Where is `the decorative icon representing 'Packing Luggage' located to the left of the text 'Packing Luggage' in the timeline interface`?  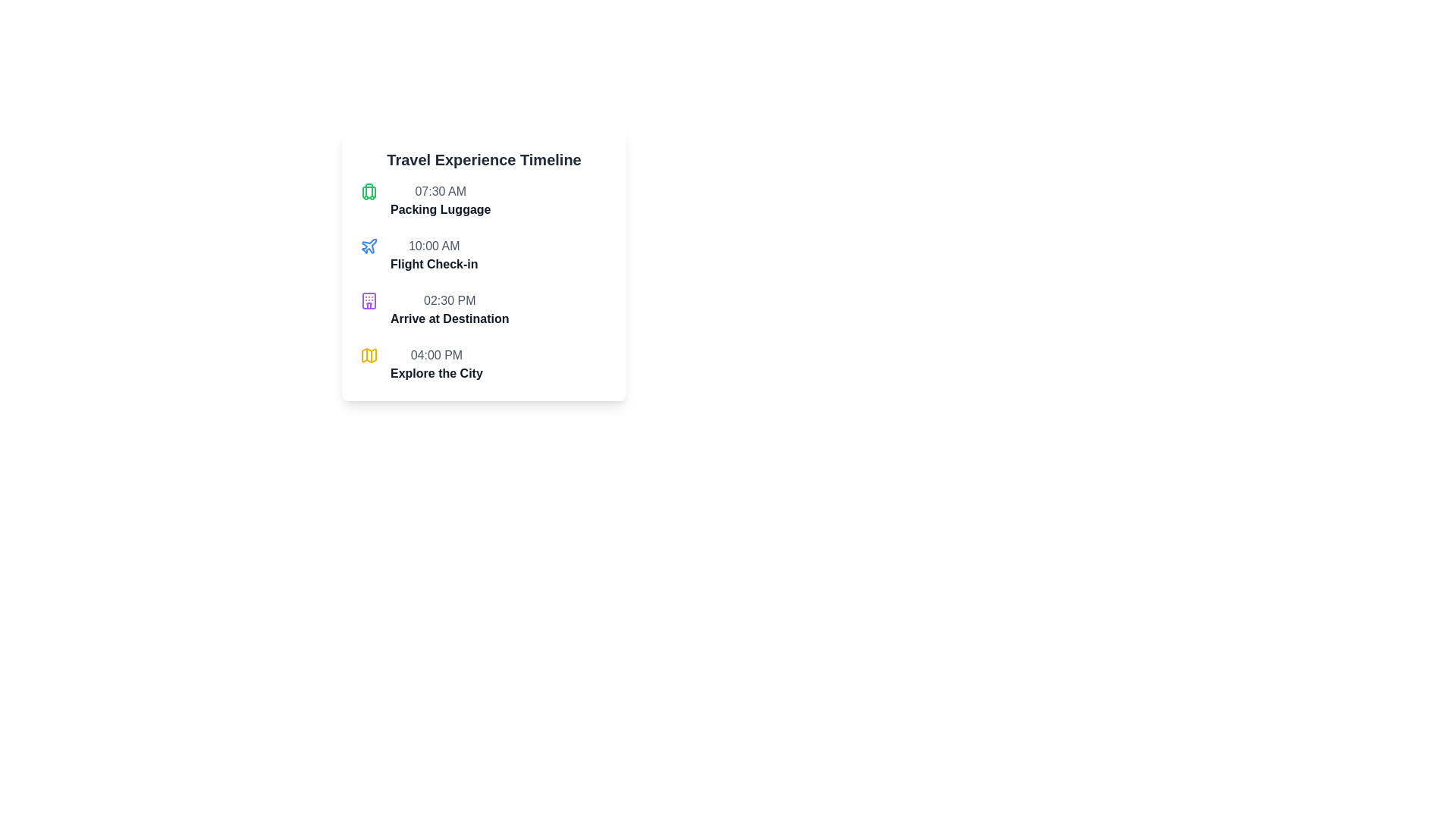 the decorative icon representing 'Packing Luggage' located to the left of the text 'Packing Luggage' in the timeline interface is located at coordinates (369, 191).